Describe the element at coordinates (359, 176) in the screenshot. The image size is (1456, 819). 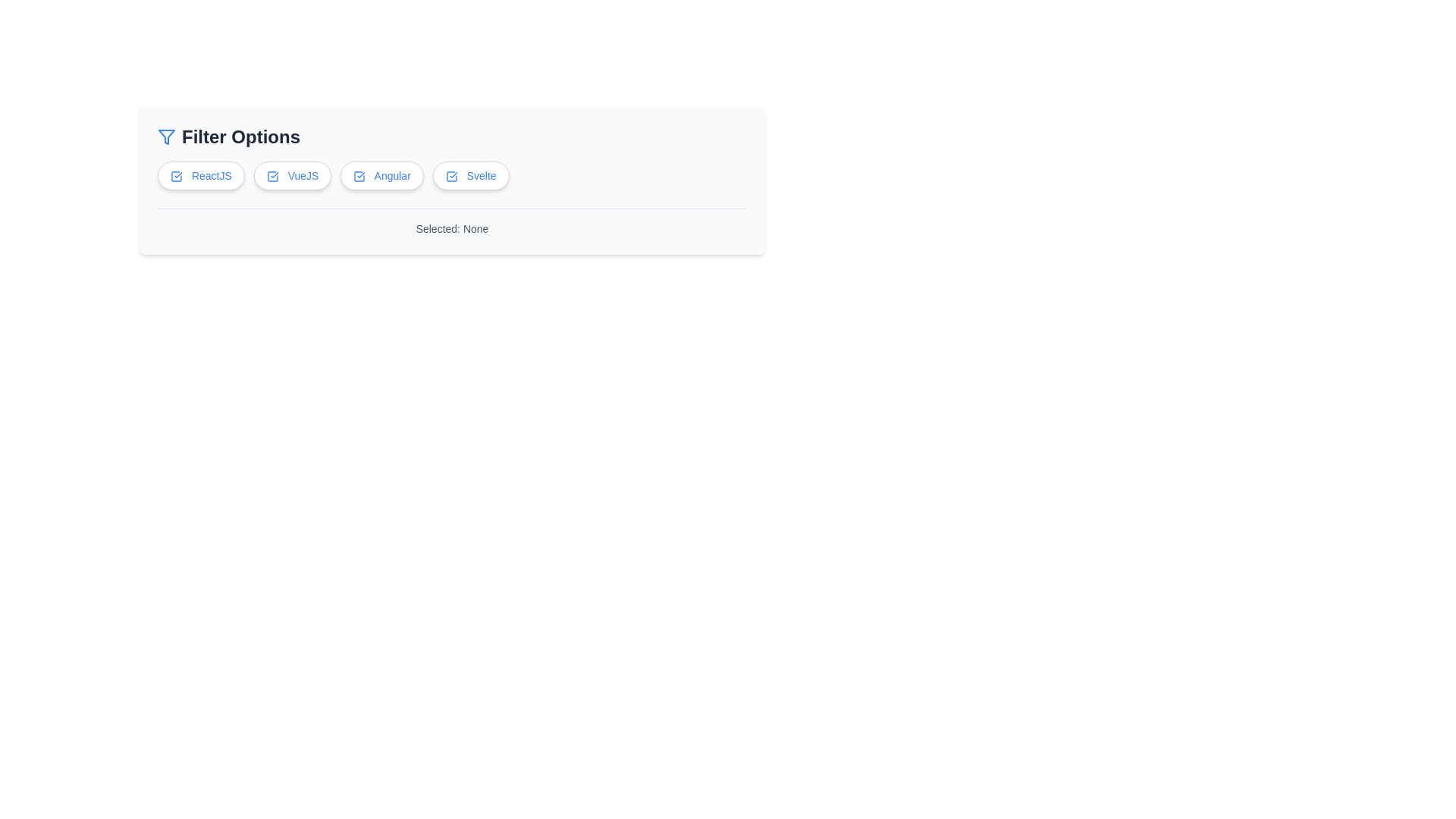
I see `the decorative graphic element indicating that the 'Angular' filter option is currently selected, located in the SVG icon of the third button from the left in the horizontal list of filter options` at that location.